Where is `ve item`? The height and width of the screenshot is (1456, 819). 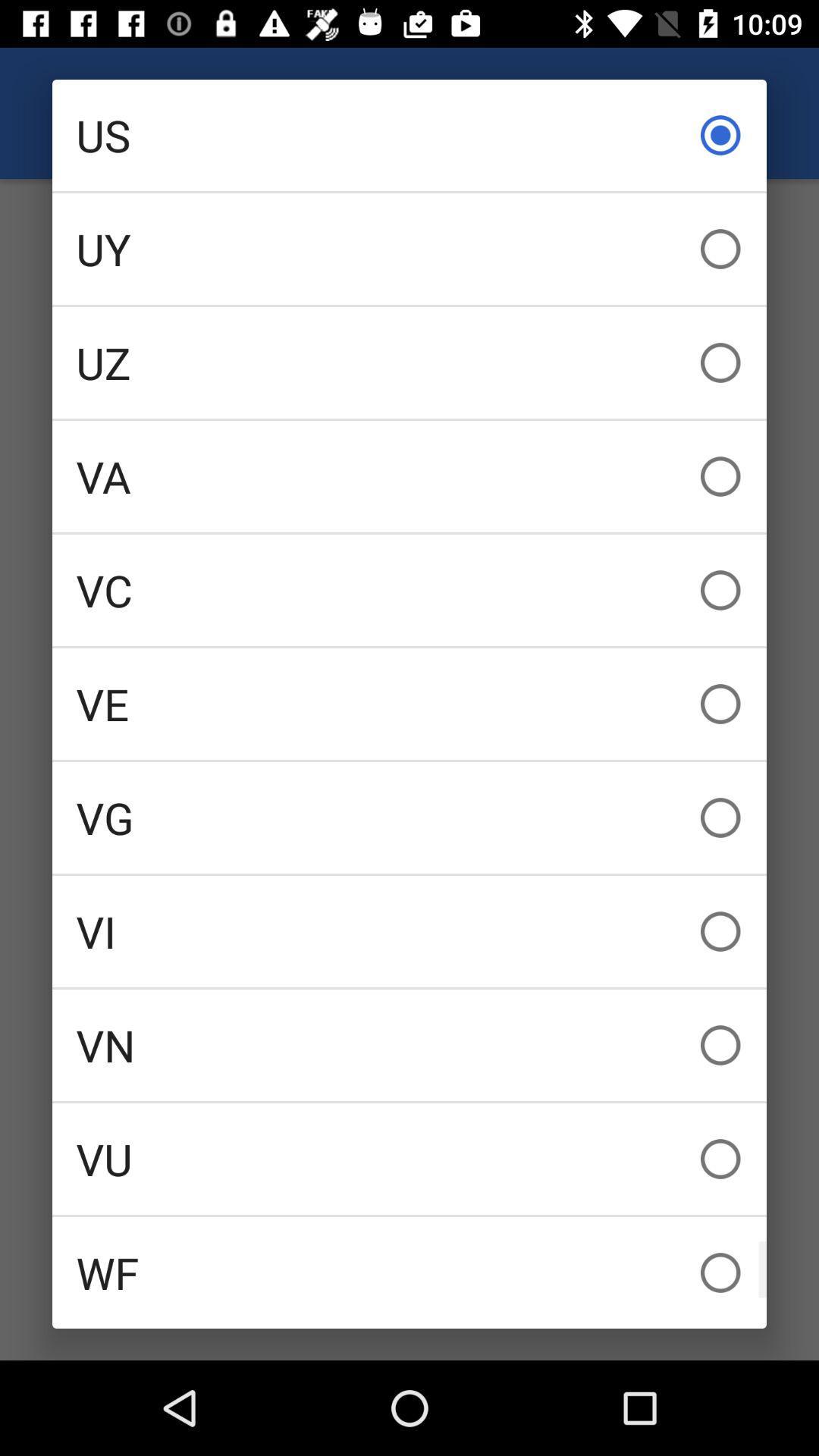
ve item is located at coordinates (409, 703).